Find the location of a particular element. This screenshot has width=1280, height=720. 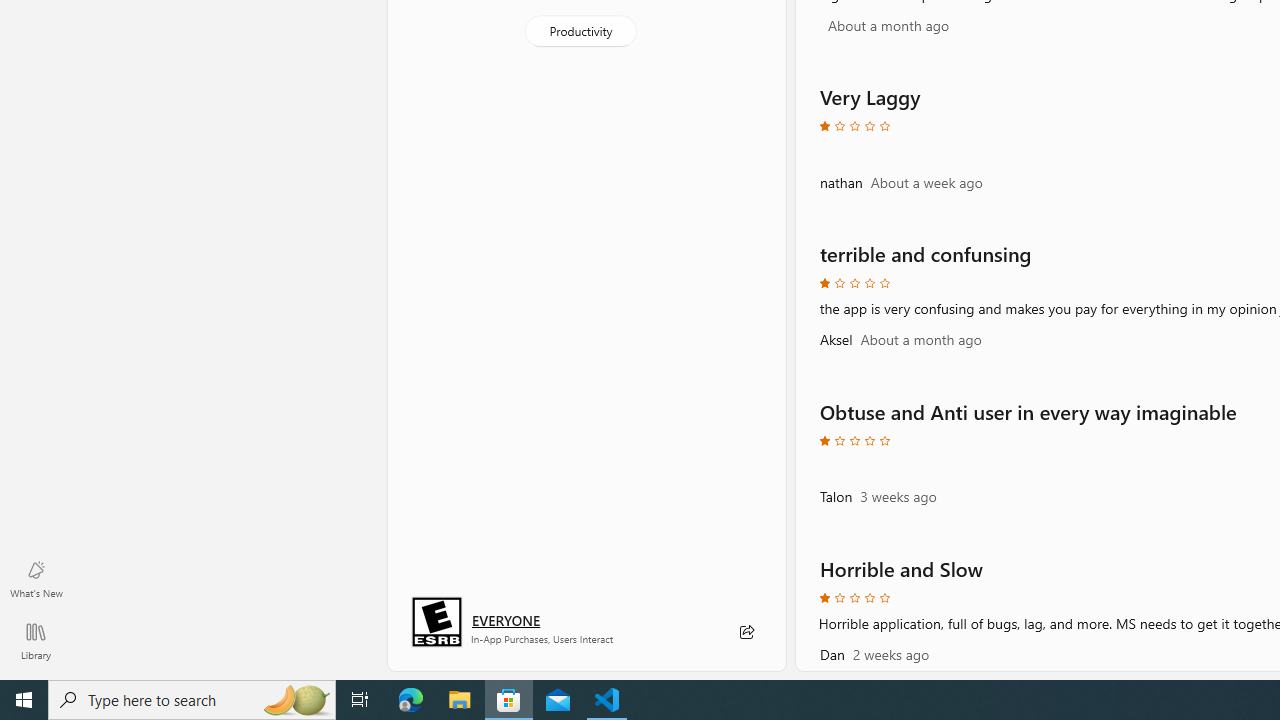

'Age rating: EVERYONE. Click for more information.' is located at coordinates (506, 618).